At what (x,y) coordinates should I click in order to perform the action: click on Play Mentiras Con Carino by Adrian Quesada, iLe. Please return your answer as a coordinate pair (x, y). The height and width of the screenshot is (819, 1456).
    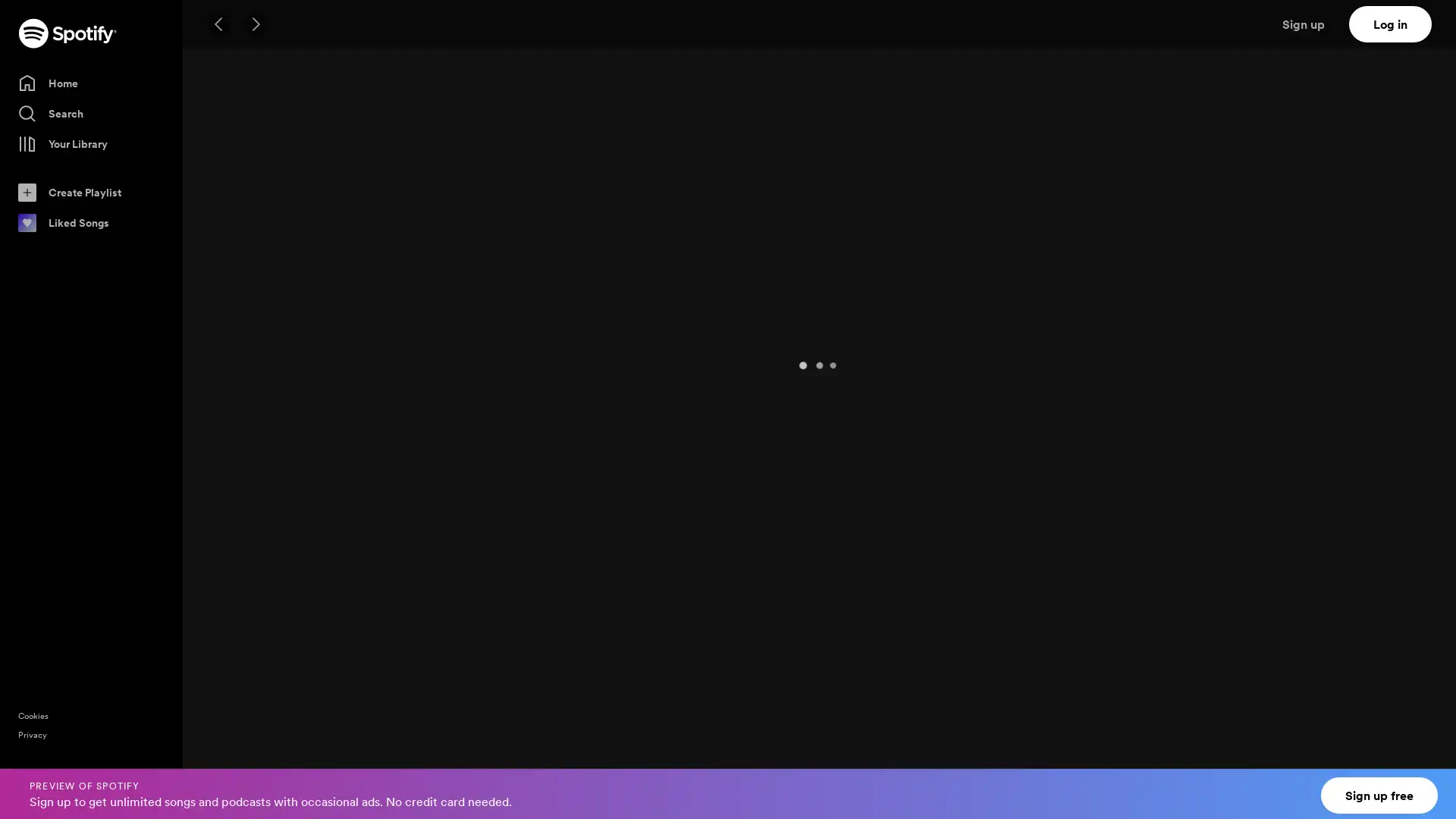
    Looking at the image, I should click on (225, 610).